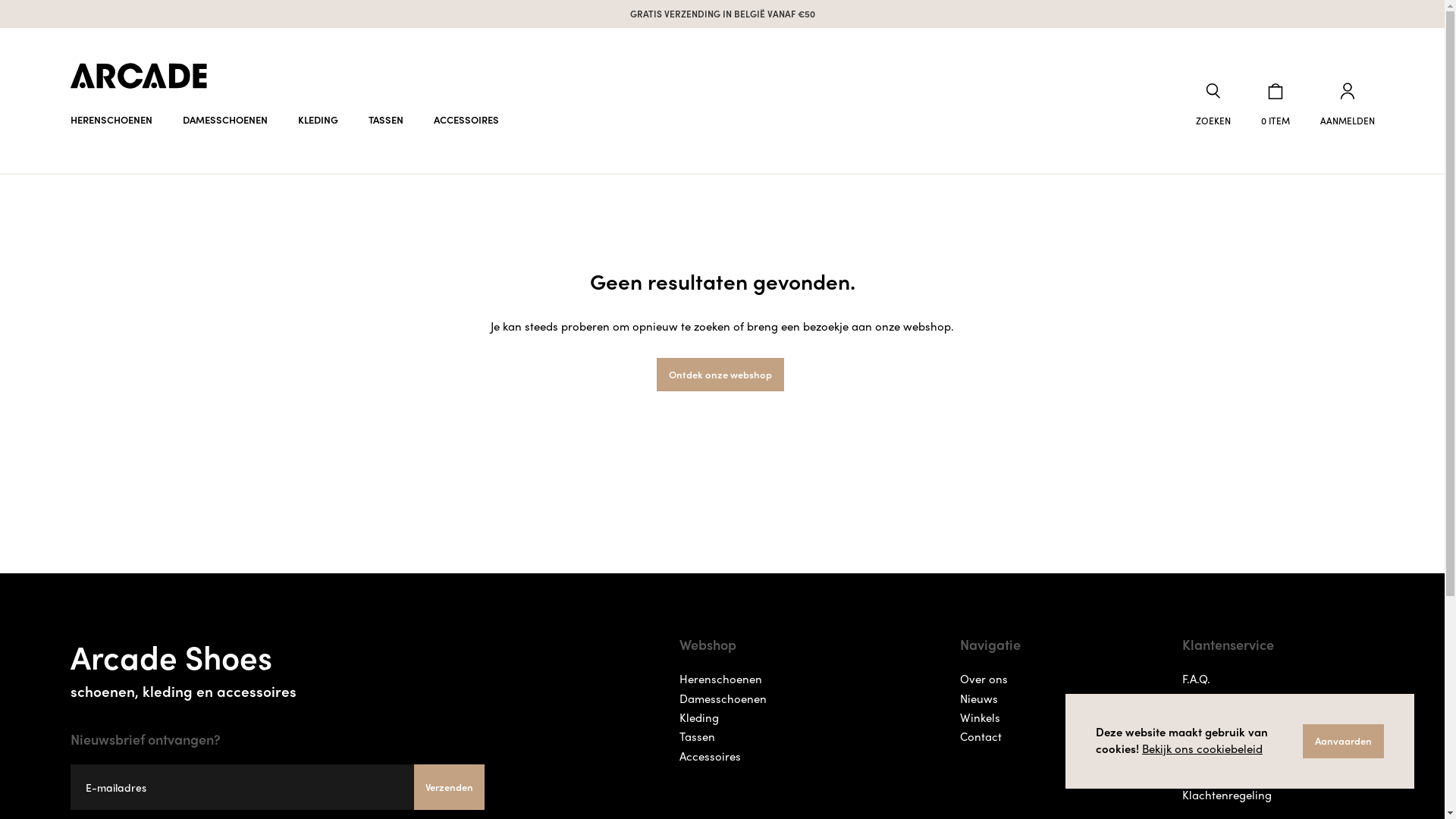 The height and width of the screenshot is (819, 1456). Describe the element at coordinates (709, 756) in the screenshot. I see `'Accessoires'` at that location.